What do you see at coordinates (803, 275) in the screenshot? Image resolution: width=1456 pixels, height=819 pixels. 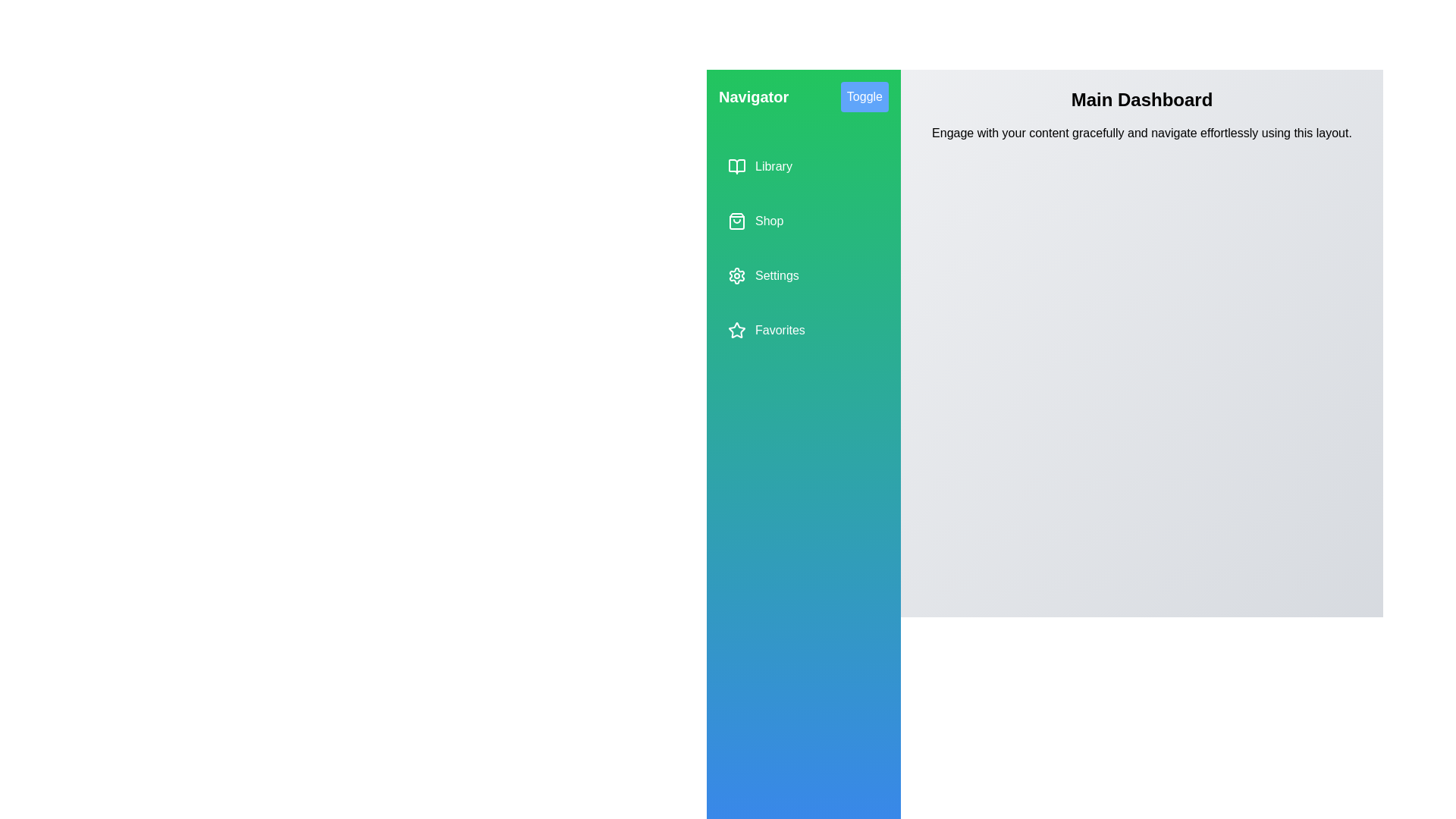 I see `the menu item Settings from the drawer` at bounding box center [803, 275].